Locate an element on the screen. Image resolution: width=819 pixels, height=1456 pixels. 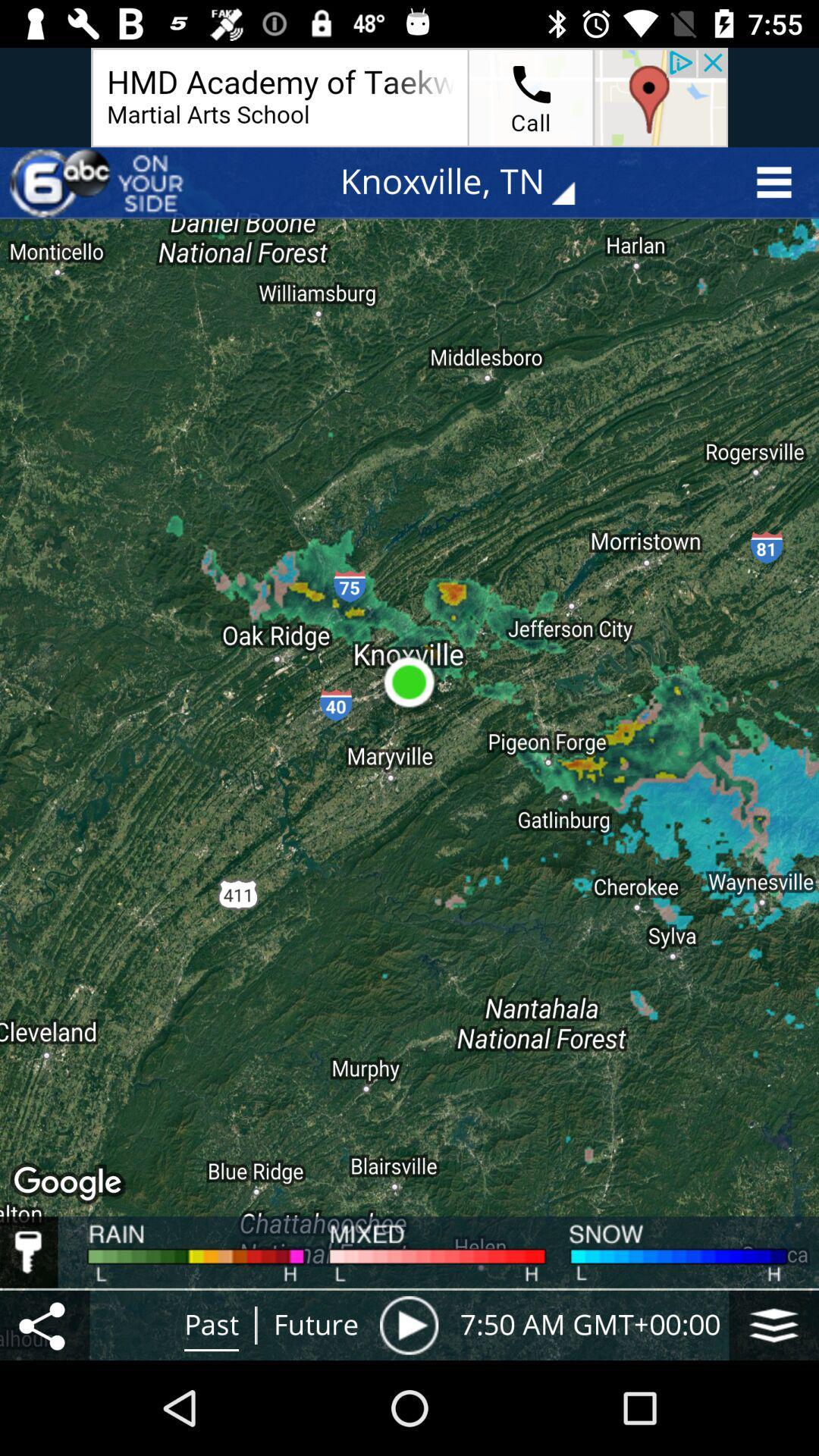
item next to future is located at coordinates (408, 1324).